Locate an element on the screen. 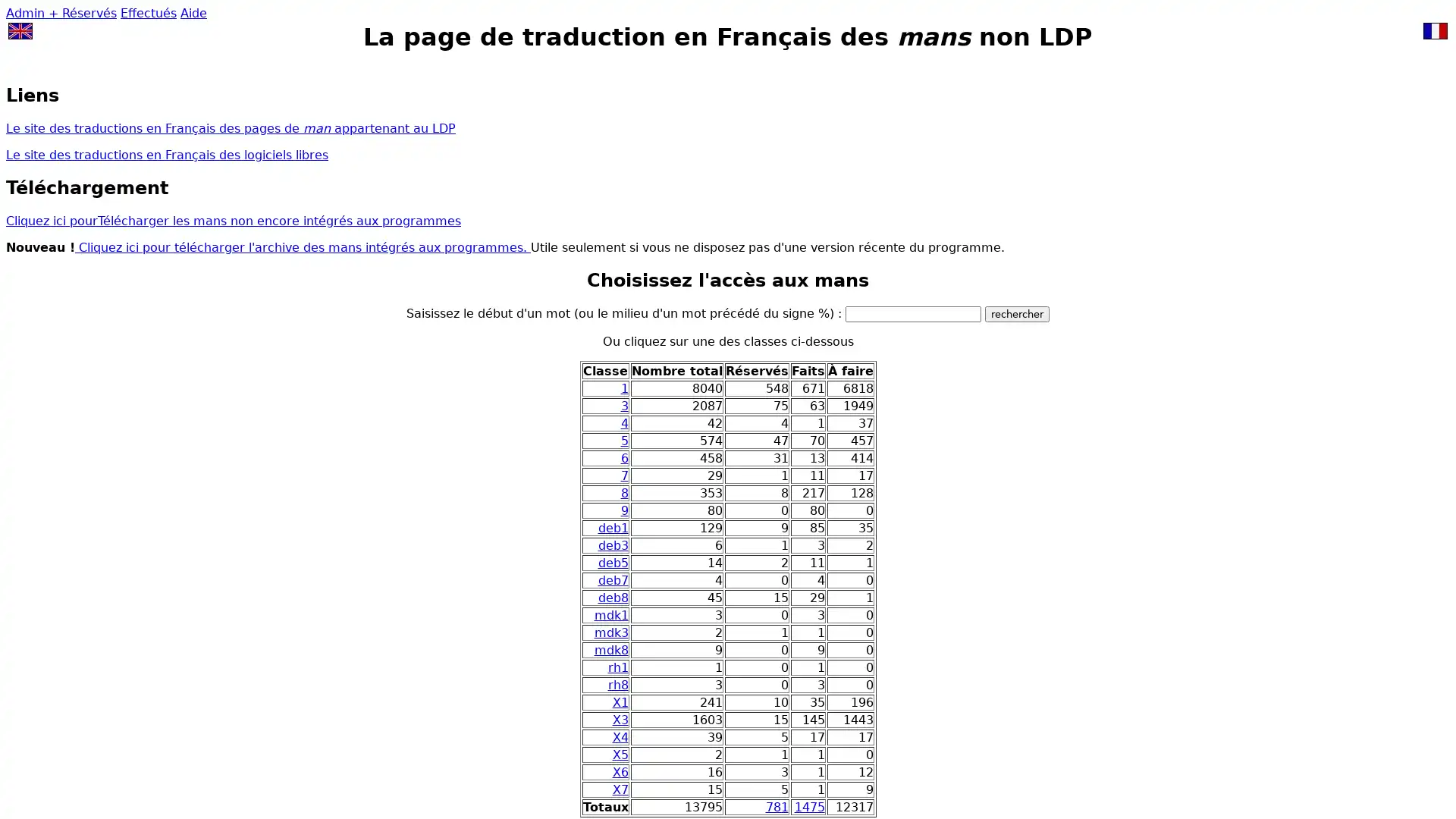 The width and height of the screenshot is (1456, 819). rechercher is located at coordinates (1017, 312).